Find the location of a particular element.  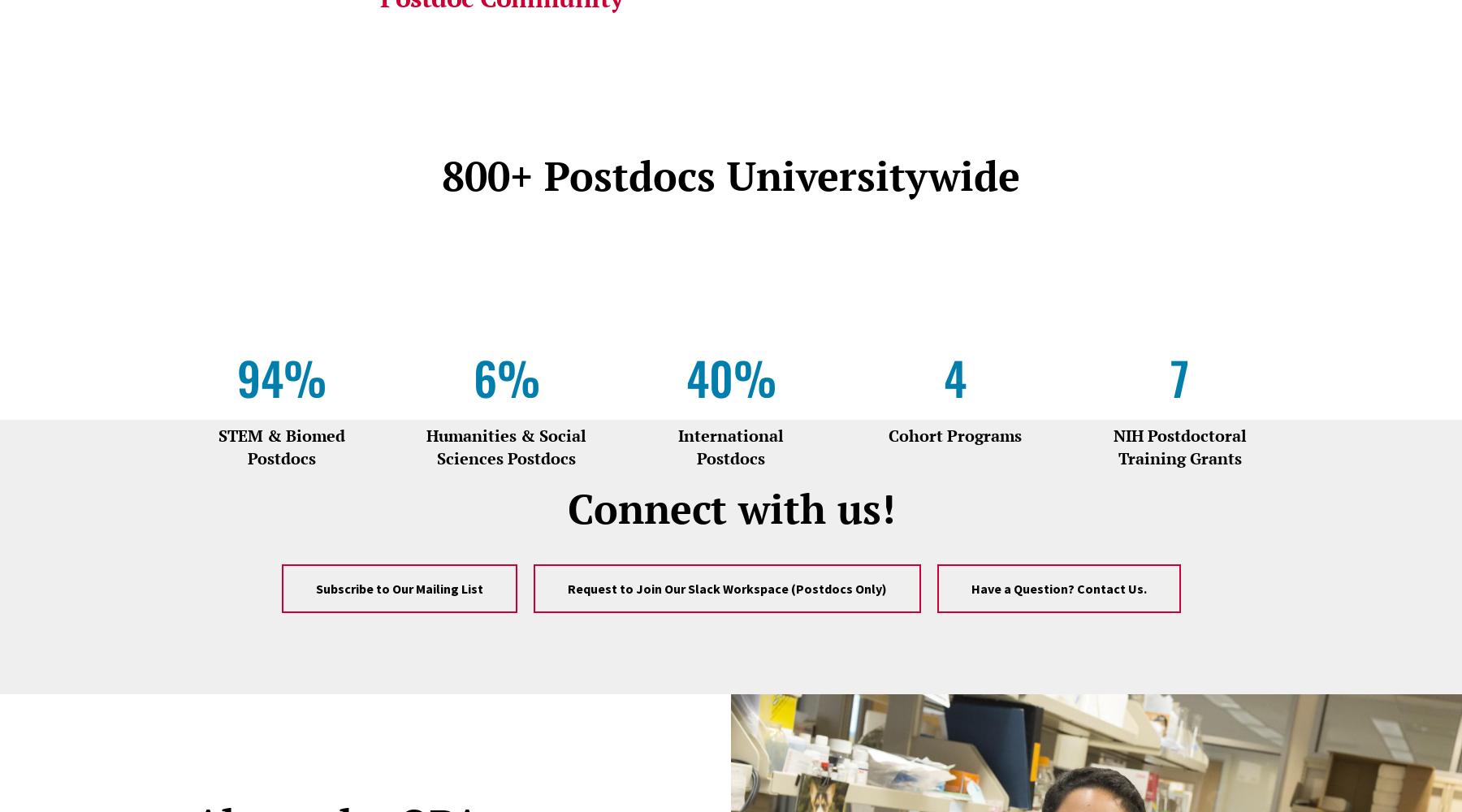

'Have a Question? Contact Us.' is located at coordinates (970, 587).